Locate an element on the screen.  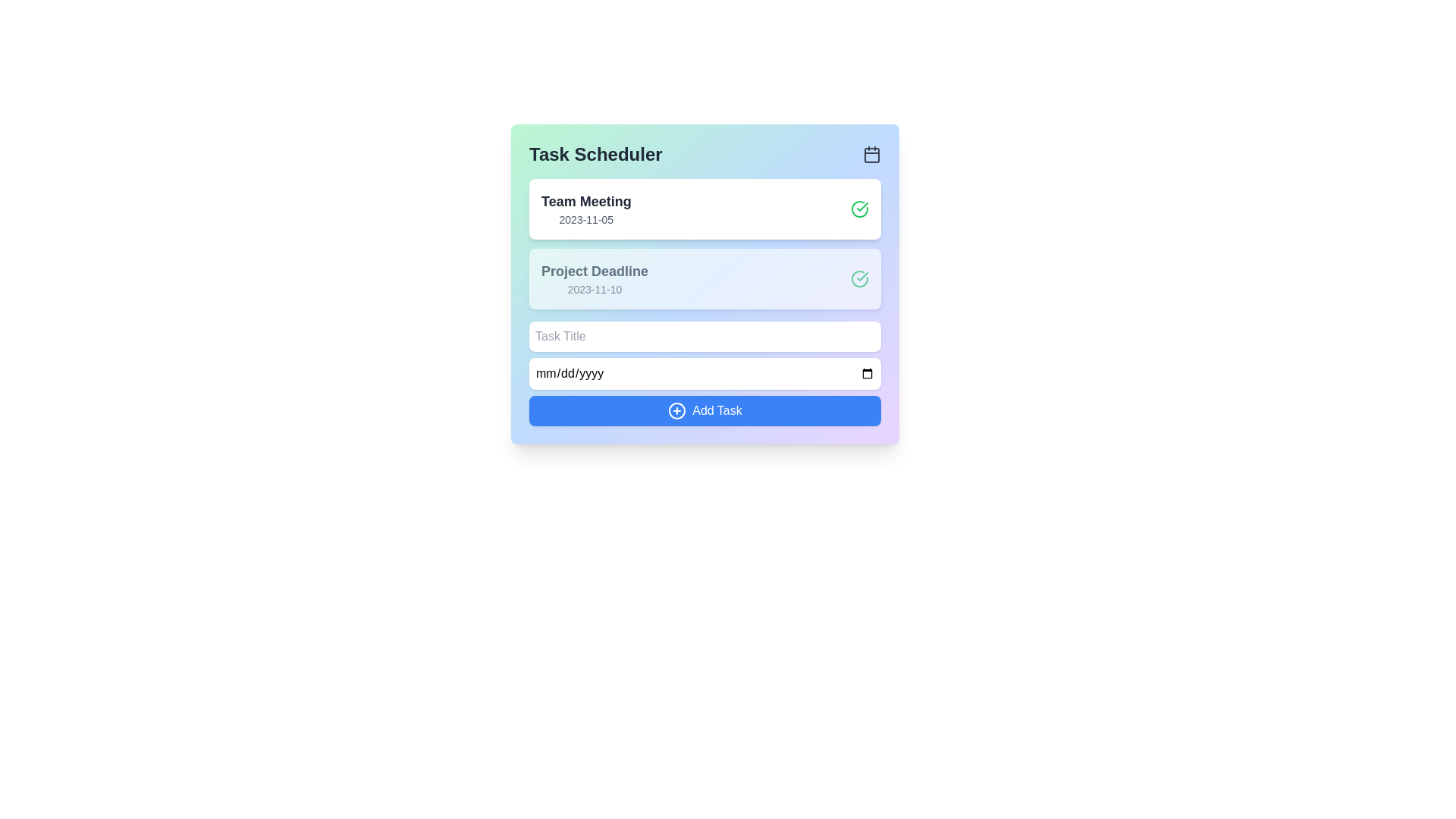
the Text Display element that shows the deadline for a task, located in the second row of the task summary list, below the 'Team Meeting' element is located at coordinates (594, 278).